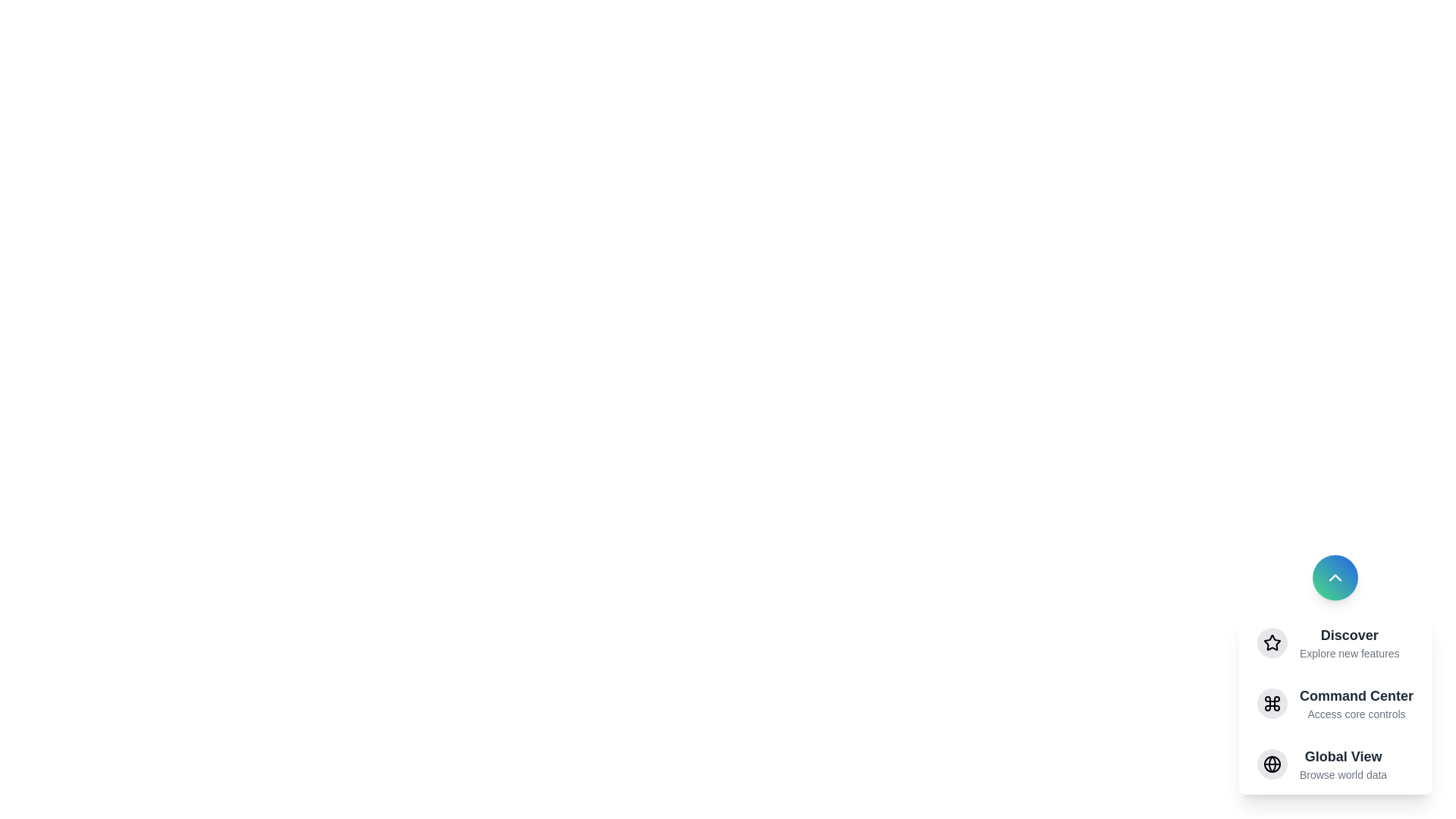  What do you see at coordinates (1335, 704) in the screenshot?
I see `the menu item Command Center to observe its hover effect` at bounding box center [1335, 704].